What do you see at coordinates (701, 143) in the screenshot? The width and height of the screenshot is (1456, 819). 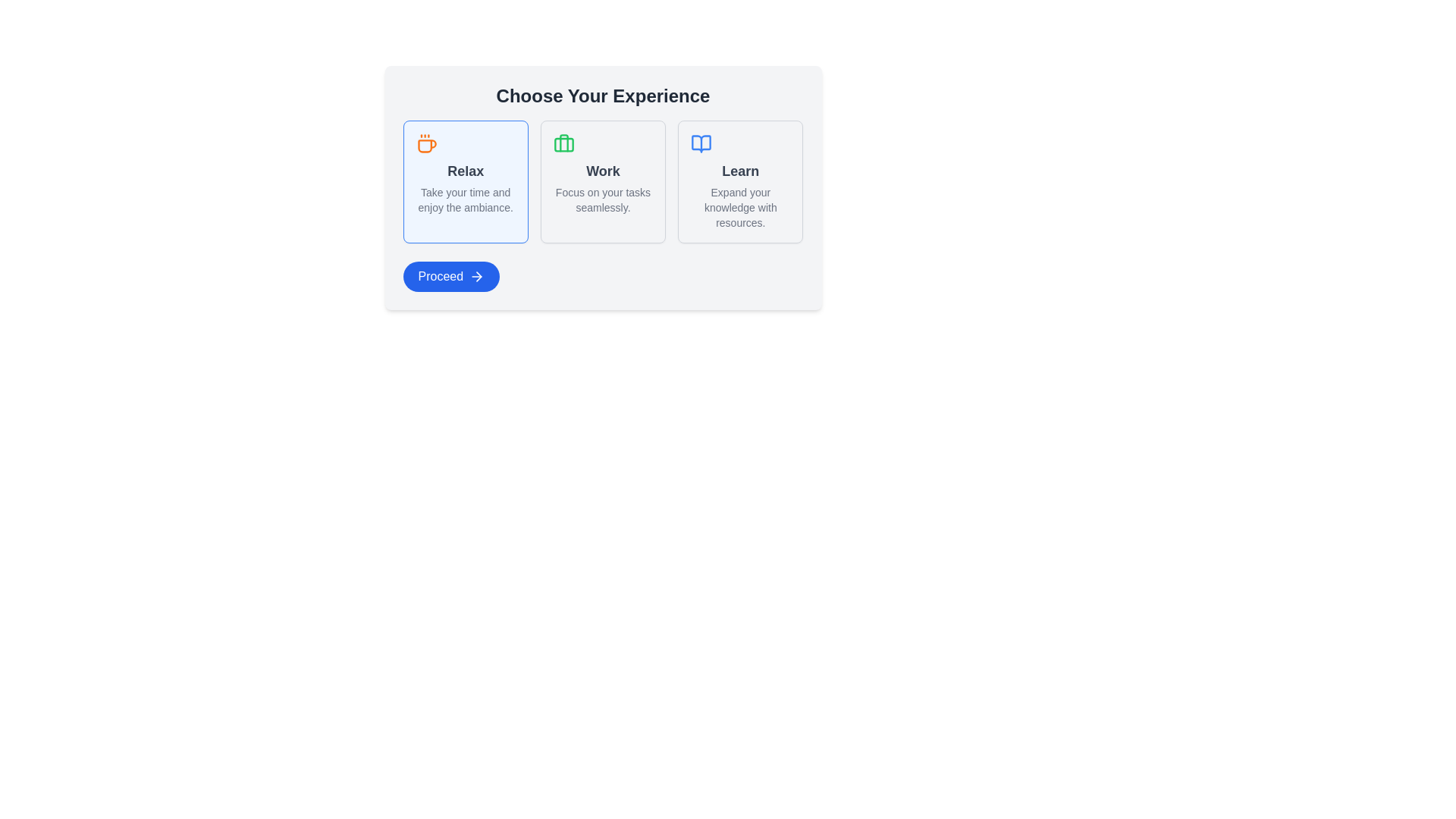 I see `the small blue icon resembling an open book located at the top section of the 'Learn' card` at bounding box center [701, 143].